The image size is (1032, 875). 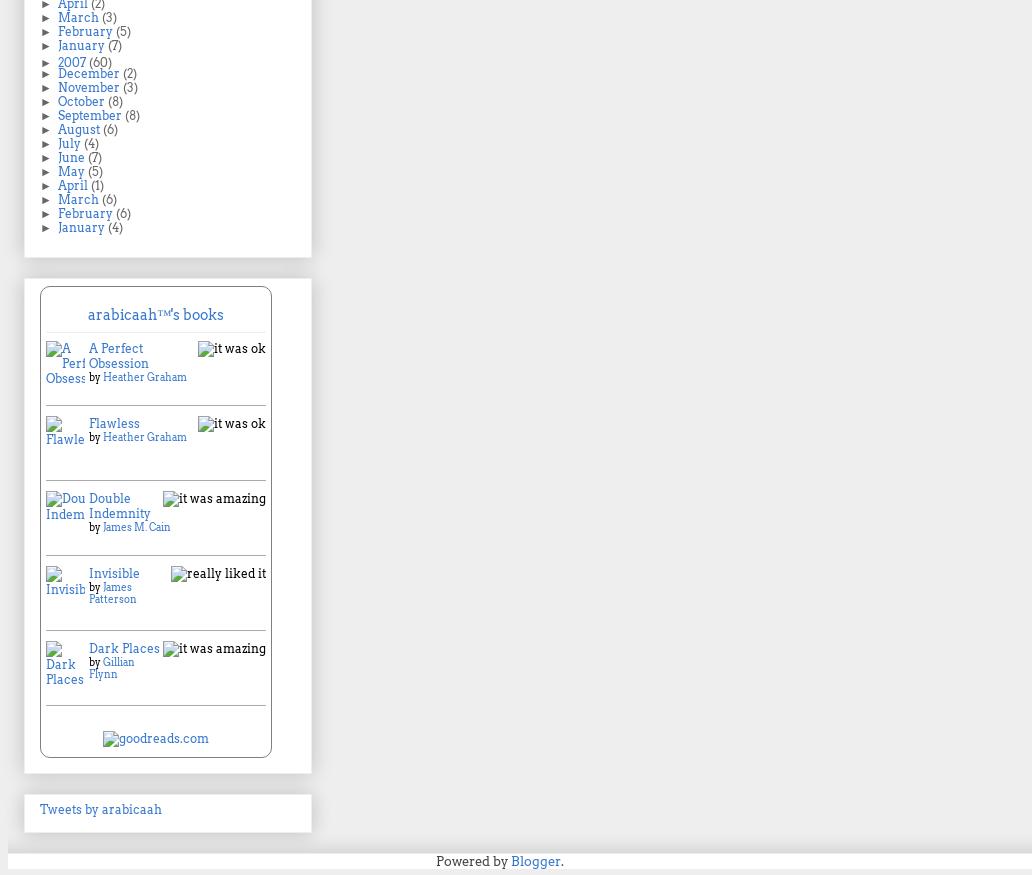 I want to click on 'October', so click(x=82, y=101).